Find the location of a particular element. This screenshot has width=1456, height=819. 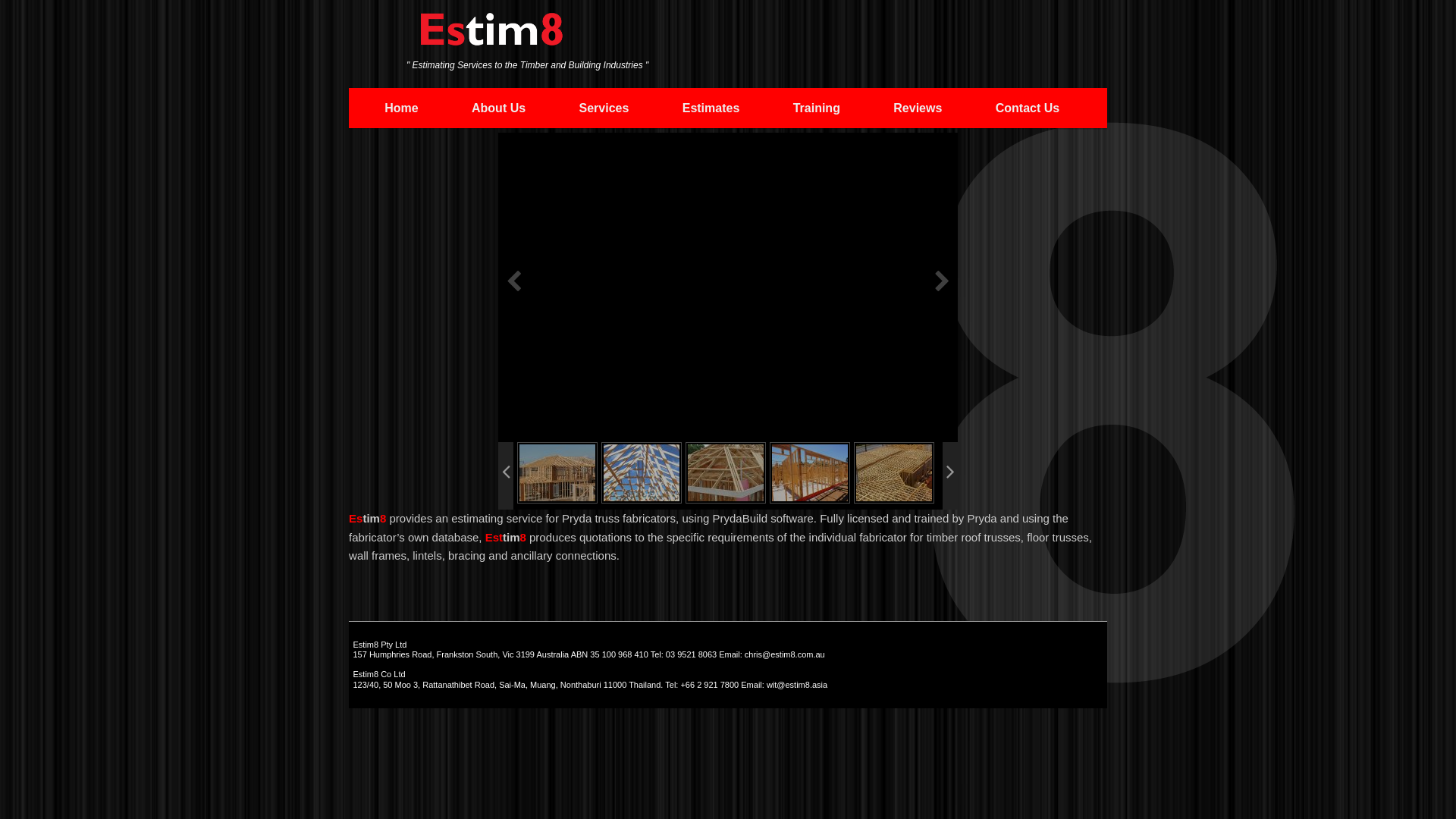

'Estim8' is located at coordinates (491, 36).